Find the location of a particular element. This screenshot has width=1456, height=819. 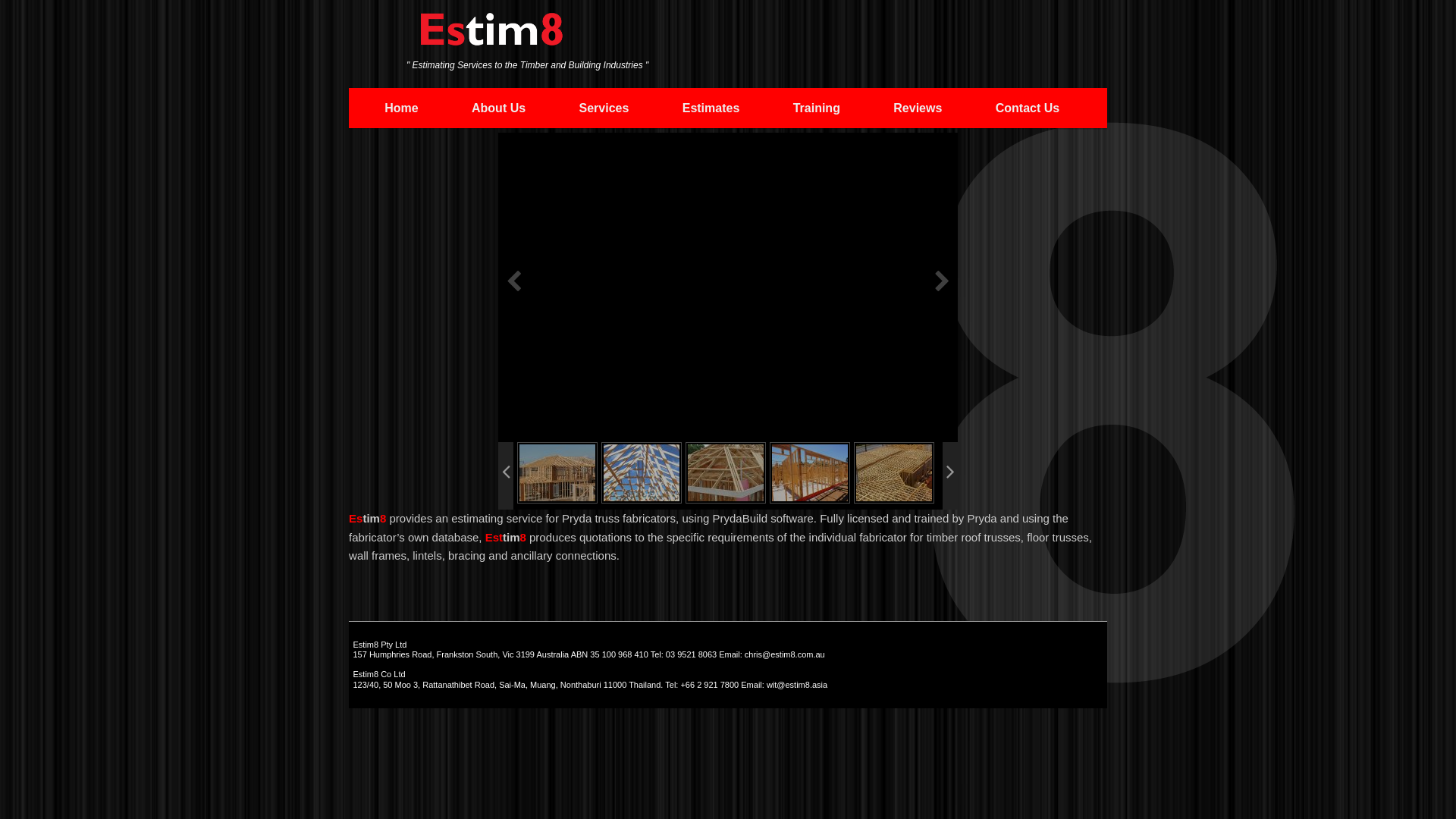

'Estim8' is located at coordinates (491, 36).